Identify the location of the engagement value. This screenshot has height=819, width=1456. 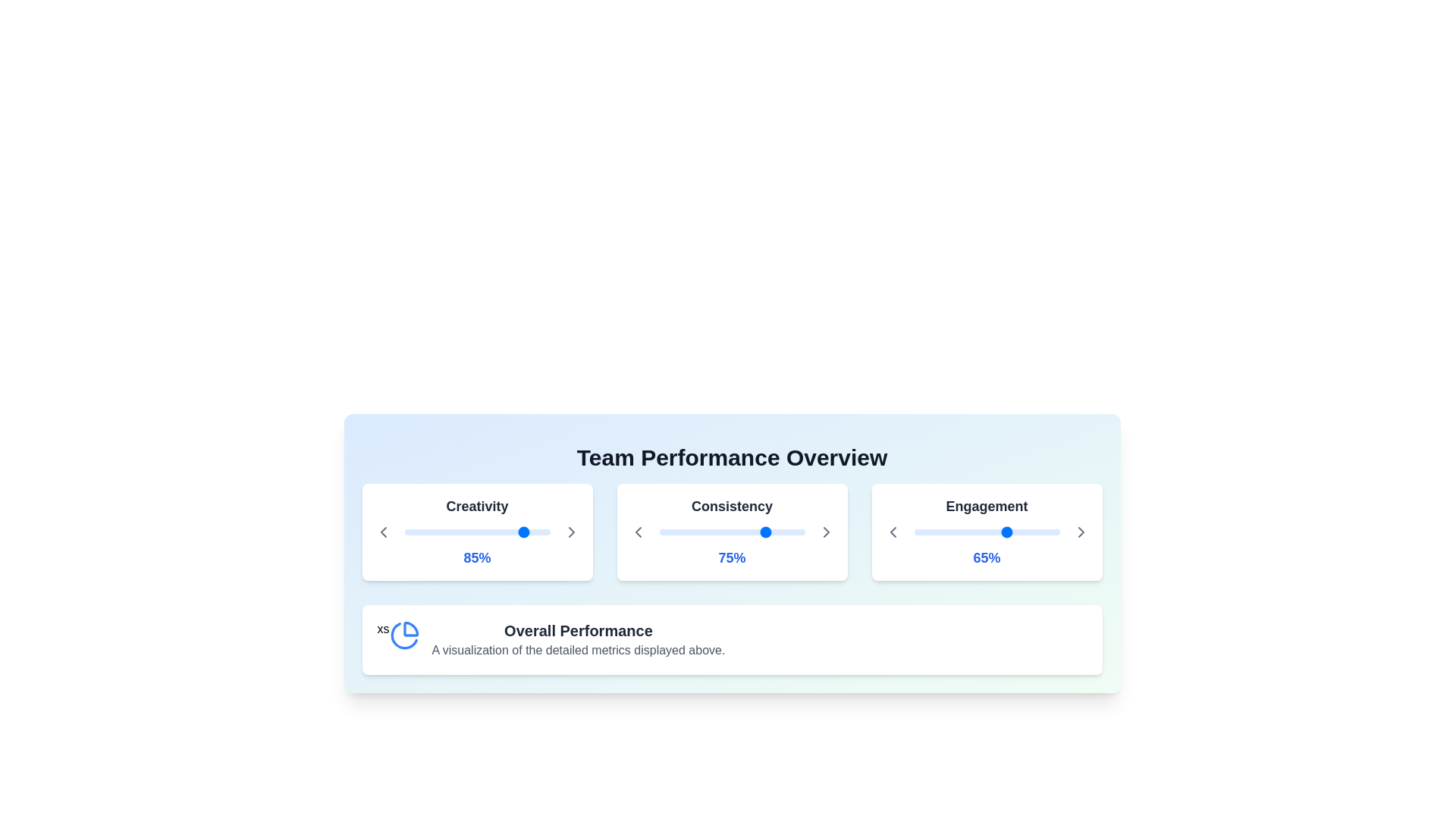
(960, 532).